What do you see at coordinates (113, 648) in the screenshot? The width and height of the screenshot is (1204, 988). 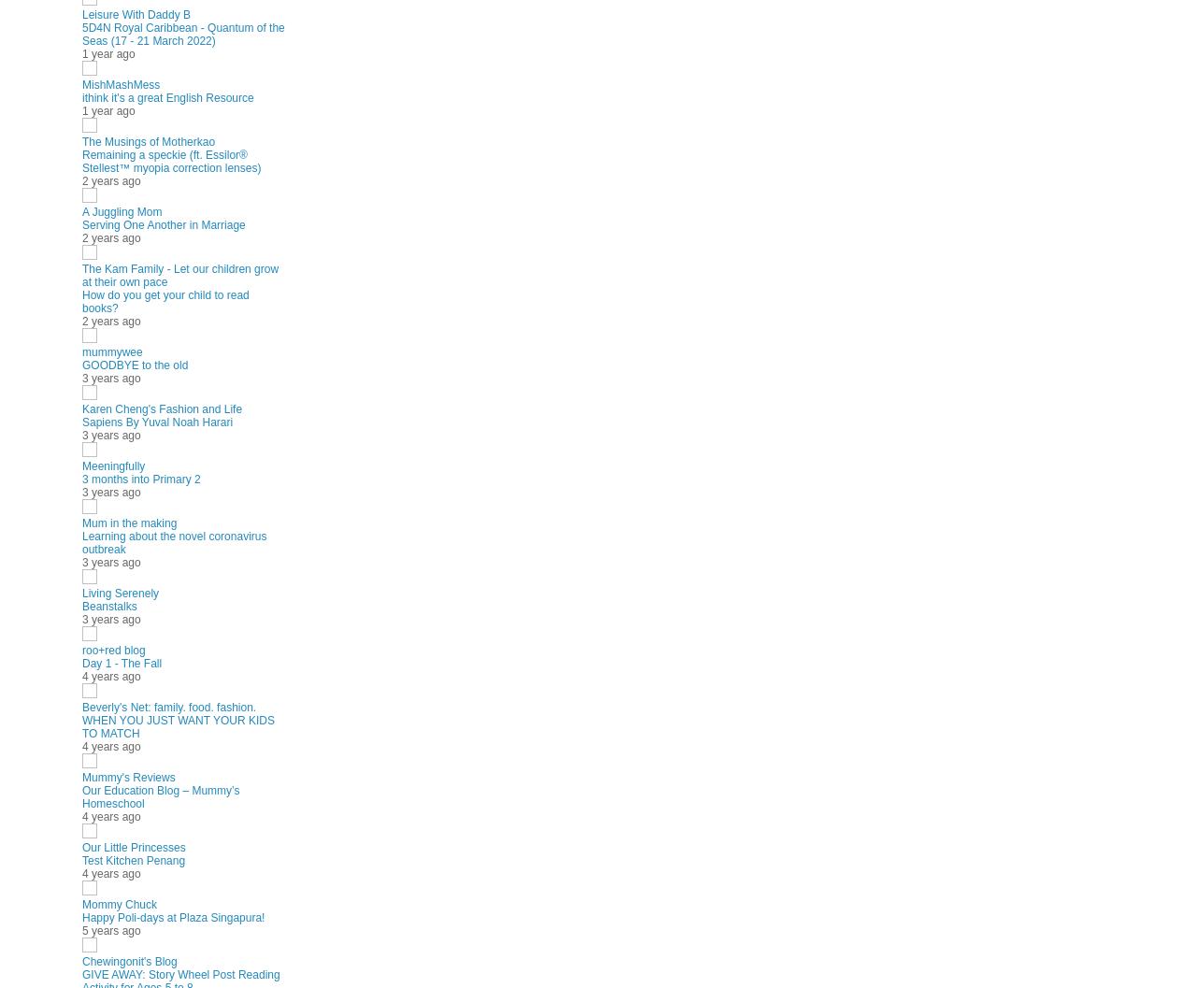 I see `'roo+red blog'` at bounding box center [113, 648].